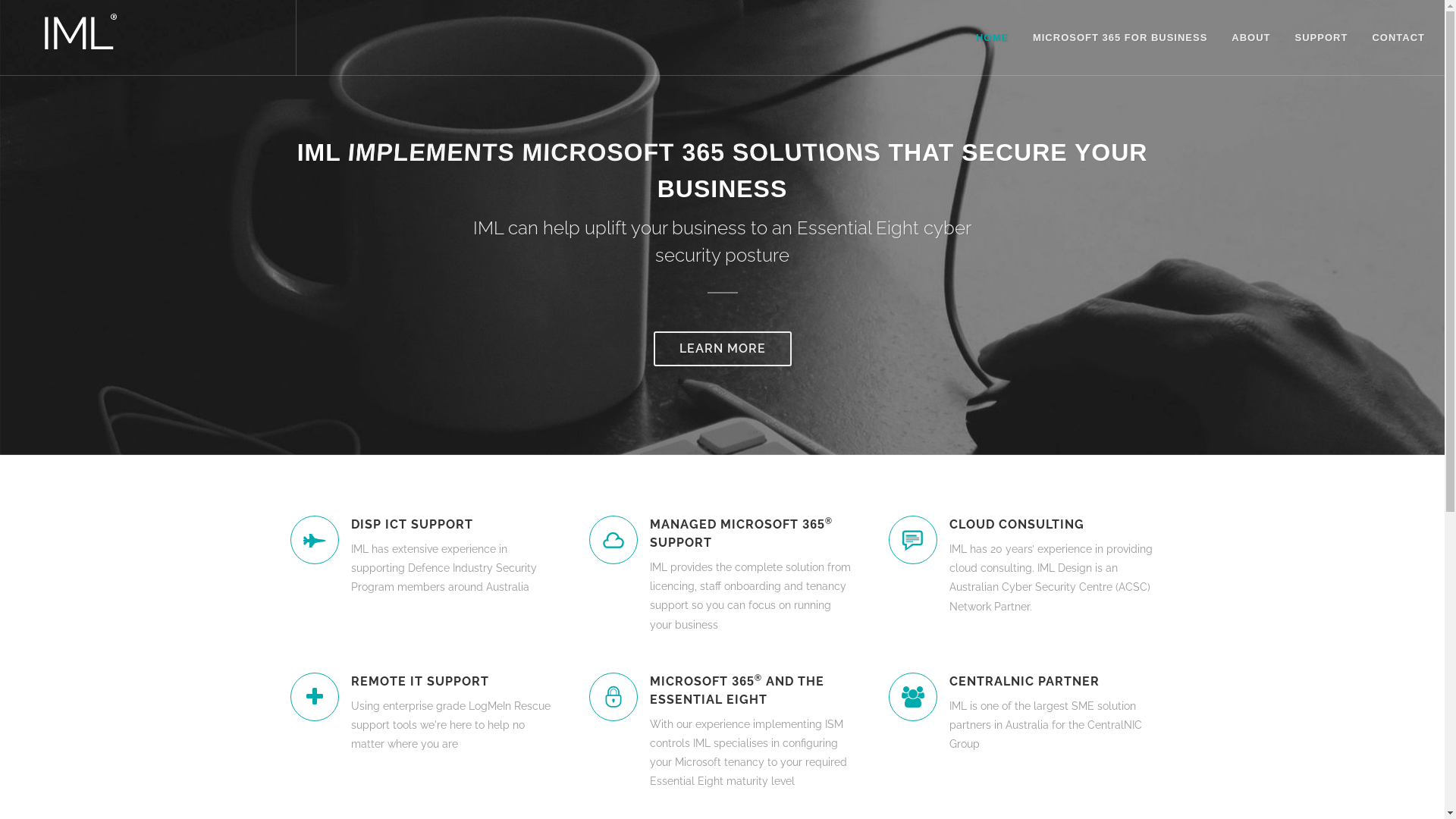 The height and width of the screenshot is (819, 1456). What do you see at coordinates (949, 523) in the screenshot?
I see `'CLOUD CONSULTING'` at bounding box center [949, 523].